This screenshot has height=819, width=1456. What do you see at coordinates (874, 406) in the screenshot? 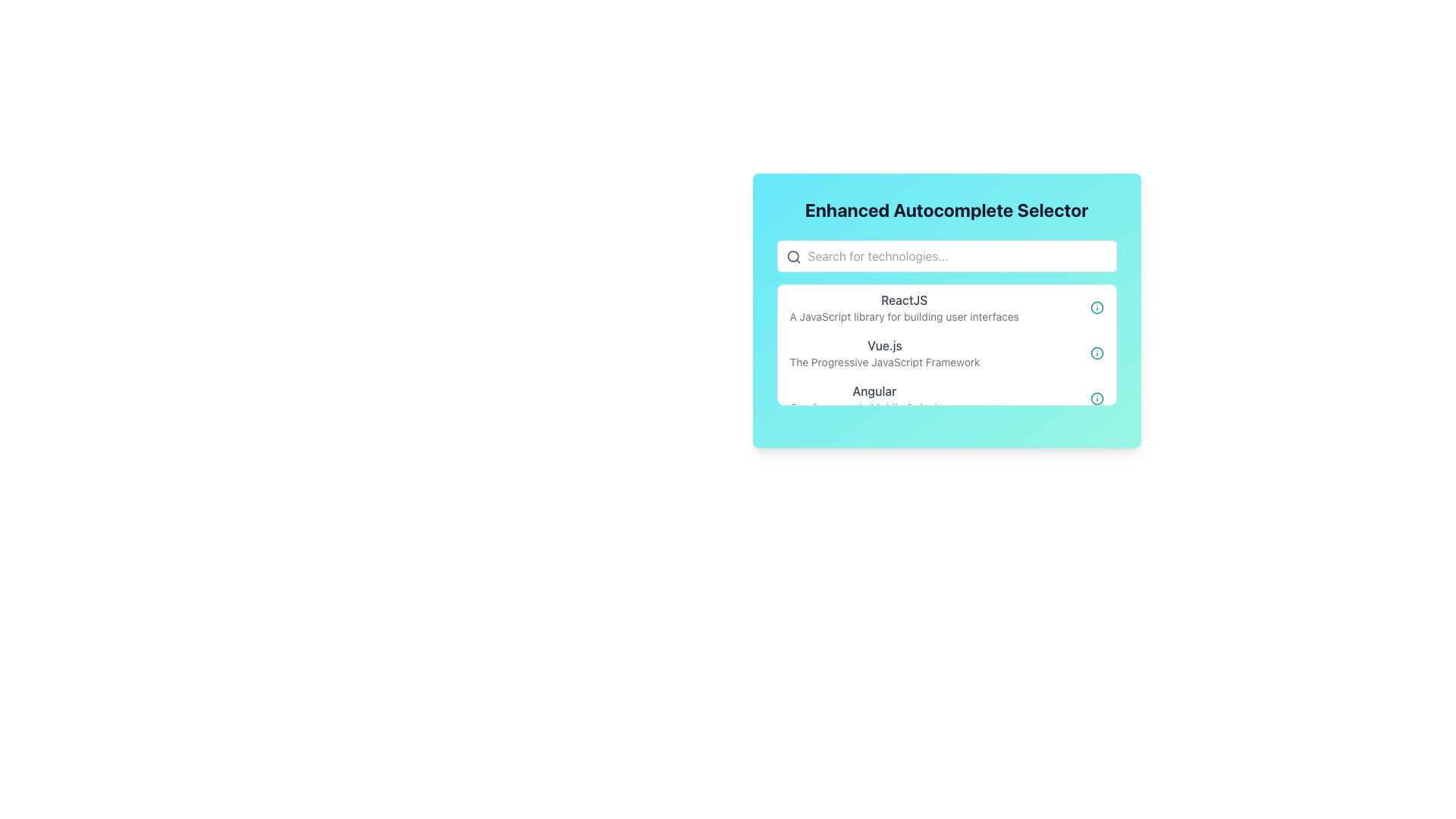
I see `the text label that provides a description complementing the title 'Angular', located directly beneath it within a list of items` at bounding box center [874, 406].